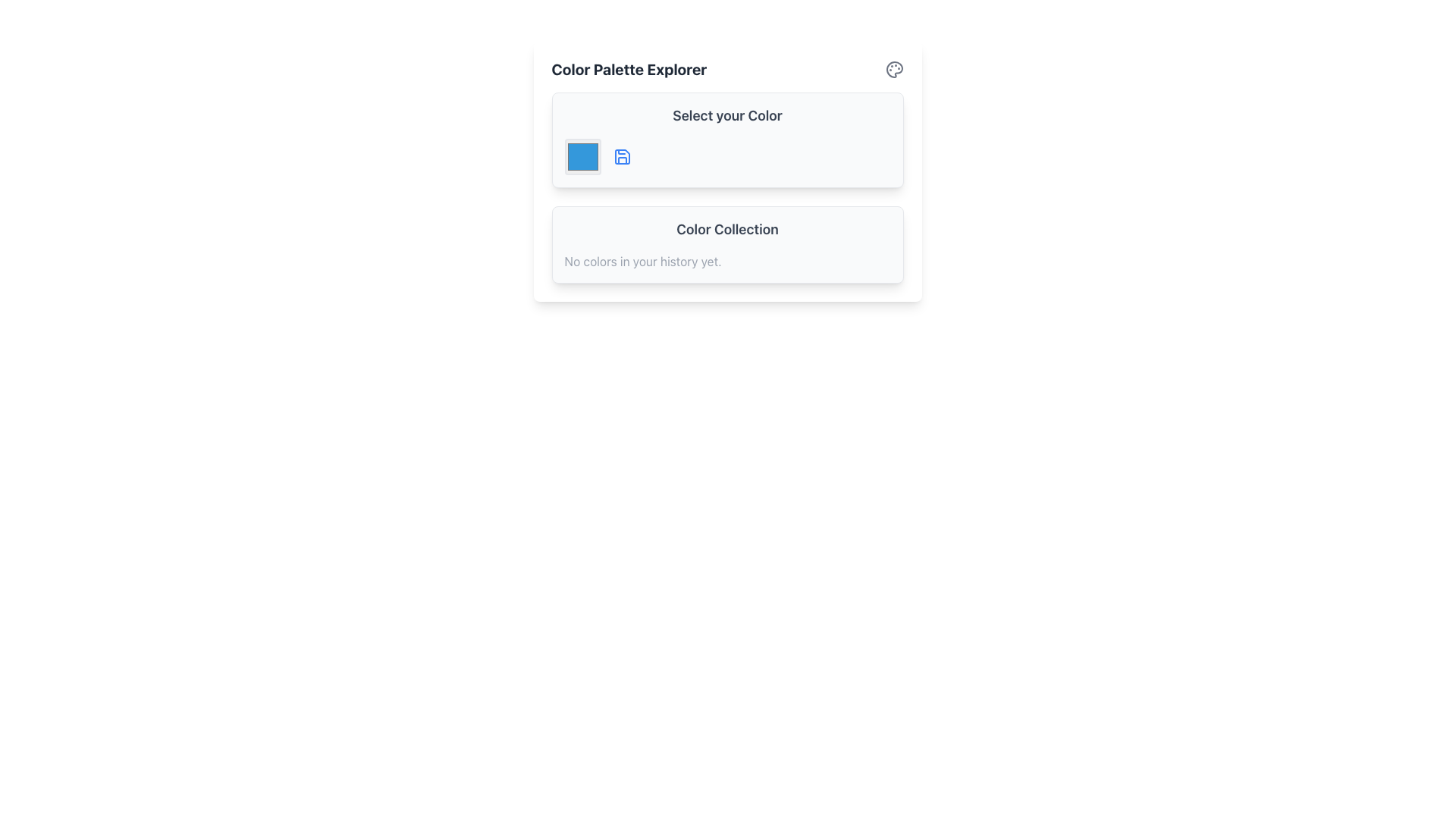  Describe the element at coordinates (643, 260) in the screenshot. I see `static text message in the 'Color Collection' section that informs the user that no colors are currently saved in their history` at that location.